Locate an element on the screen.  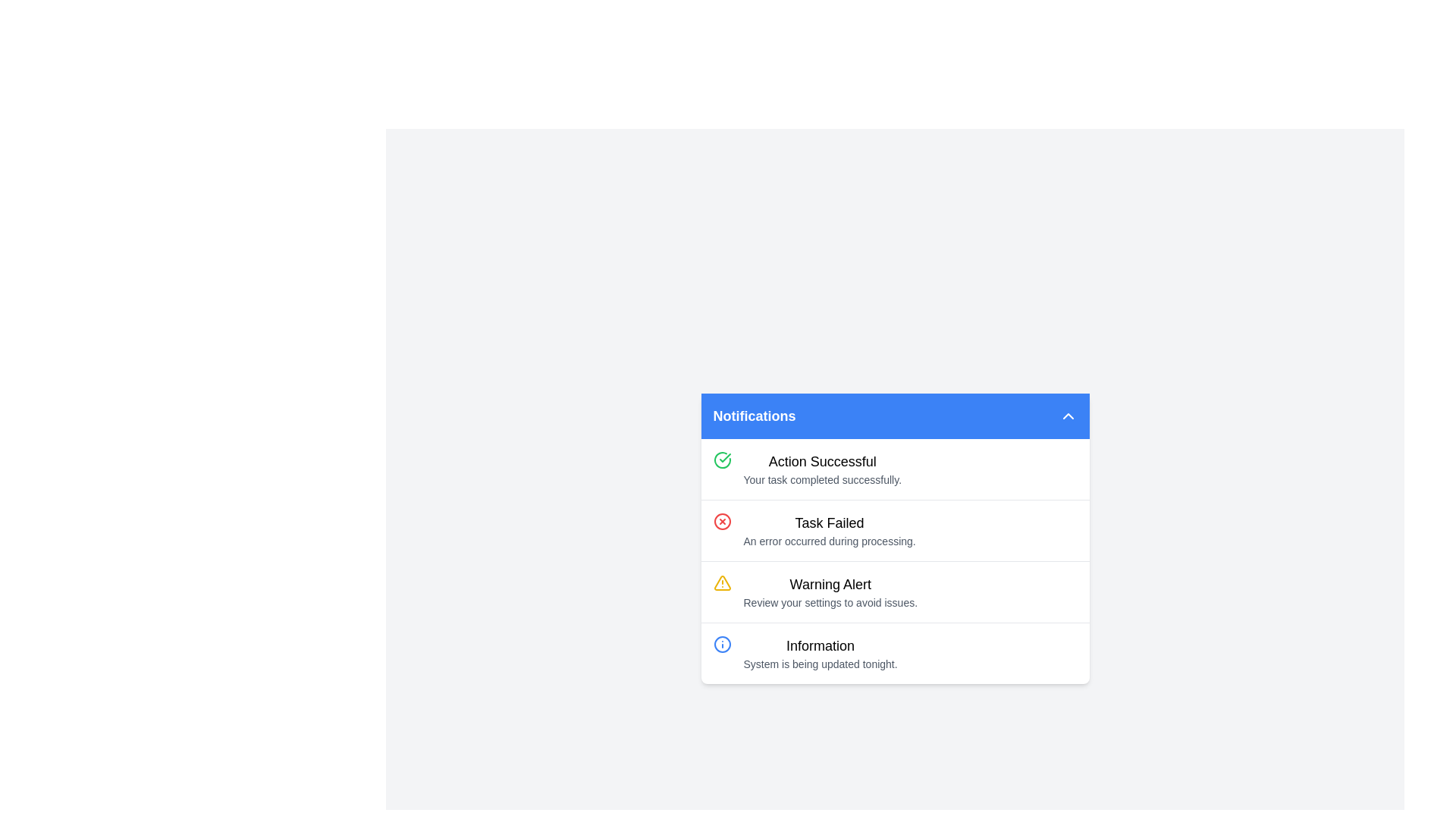
text label that displays 'Action Successful', which is styled as a headline within the notification section is located at coordinates (821, 460).